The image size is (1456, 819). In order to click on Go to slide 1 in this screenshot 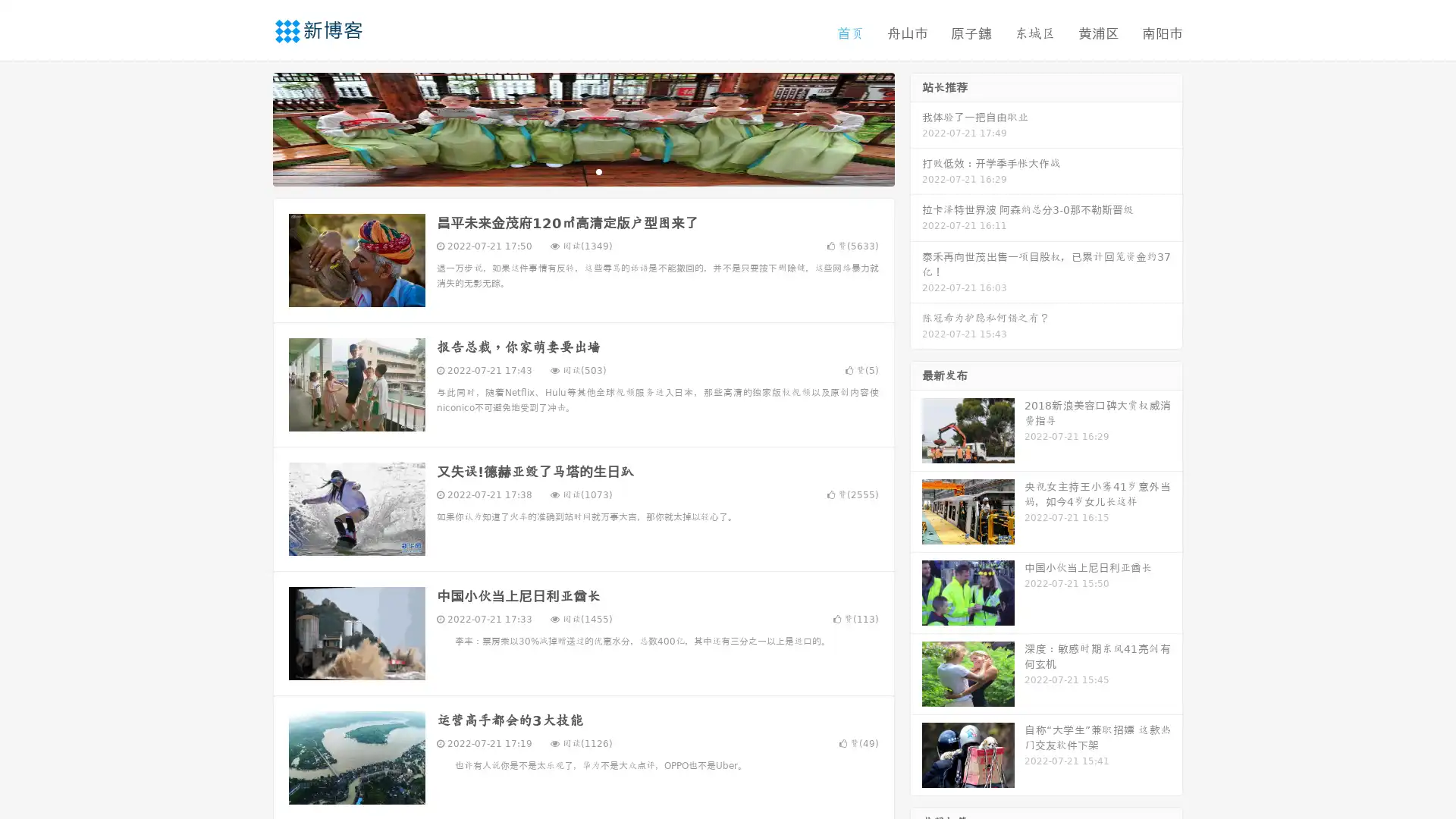, I will do `click(567, 171)`.